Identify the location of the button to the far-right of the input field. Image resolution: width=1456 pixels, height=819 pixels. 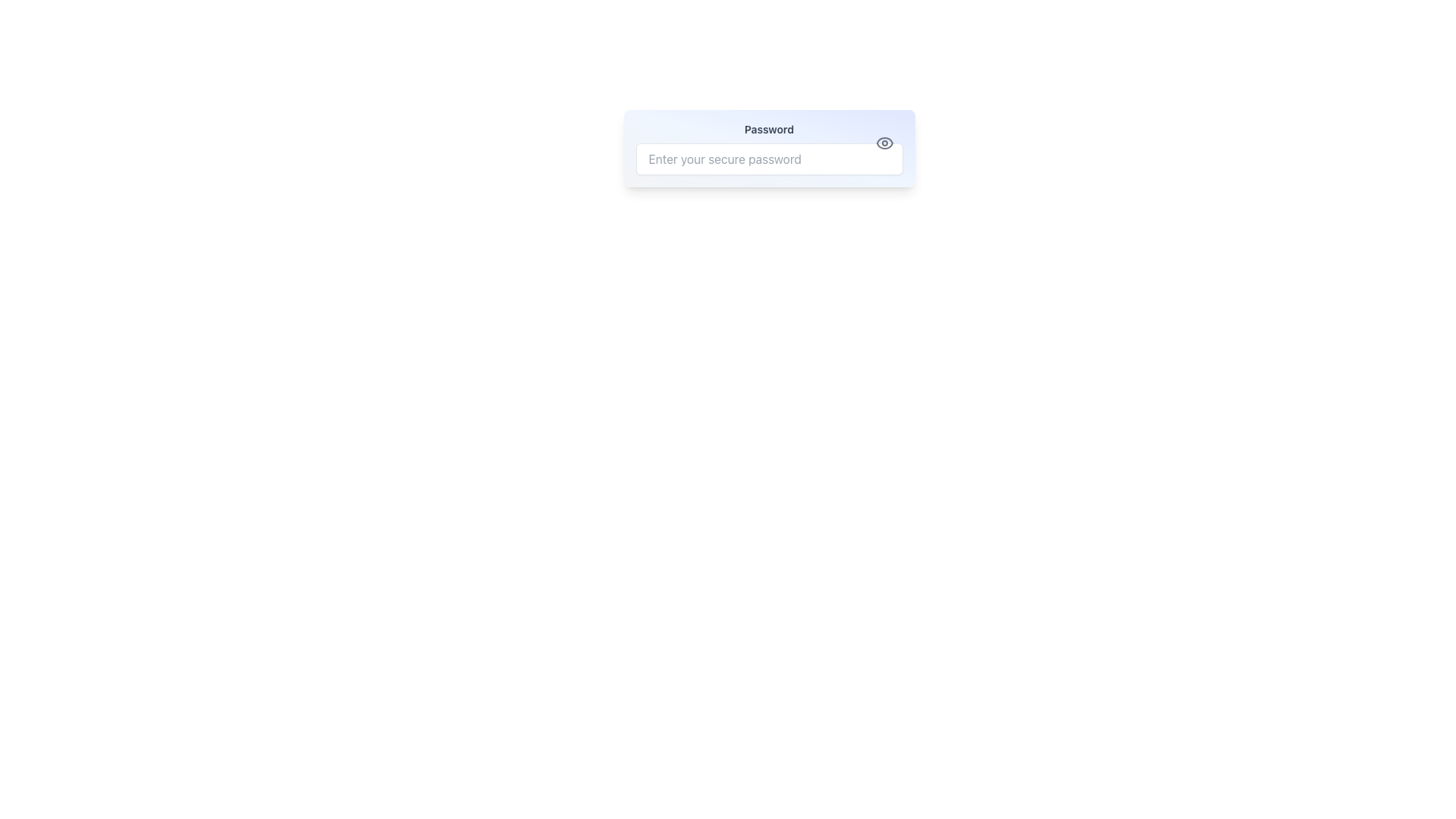
(884, 143).